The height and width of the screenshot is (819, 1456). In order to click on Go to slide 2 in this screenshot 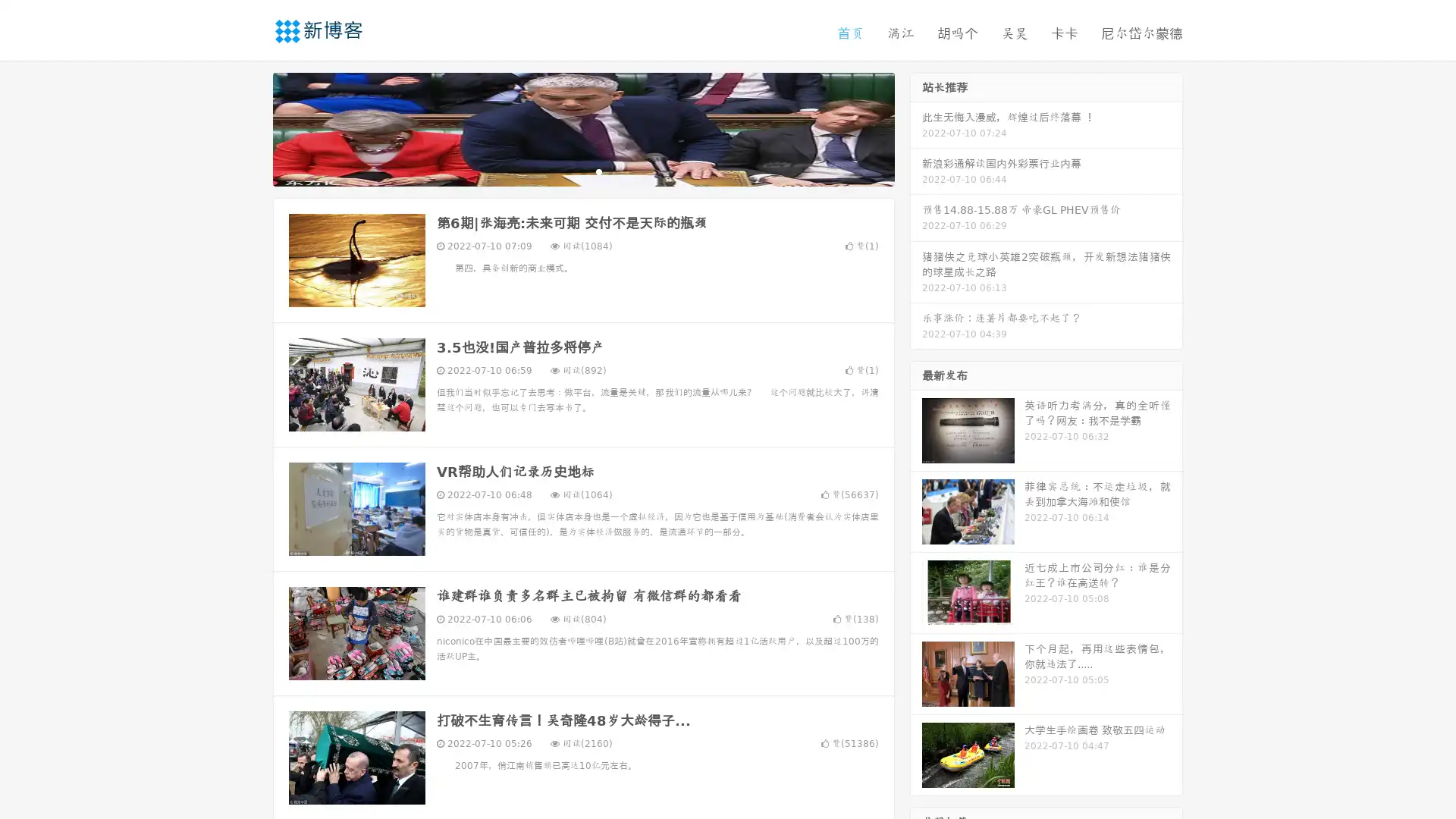, I will do `click(582, 171)`.